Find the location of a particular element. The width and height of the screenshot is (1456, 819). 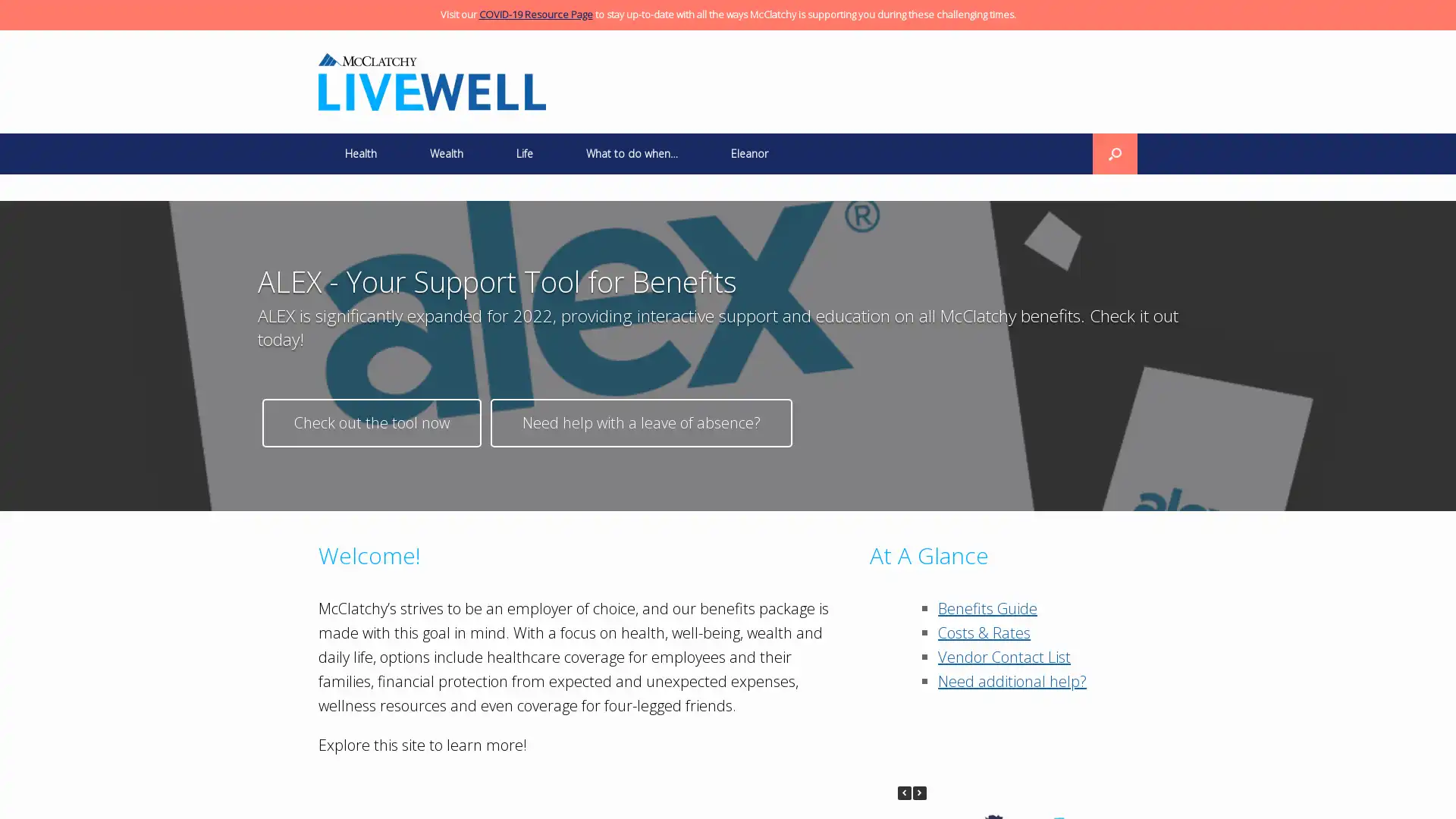

Previous Posts is located at coordinates (903, 792).